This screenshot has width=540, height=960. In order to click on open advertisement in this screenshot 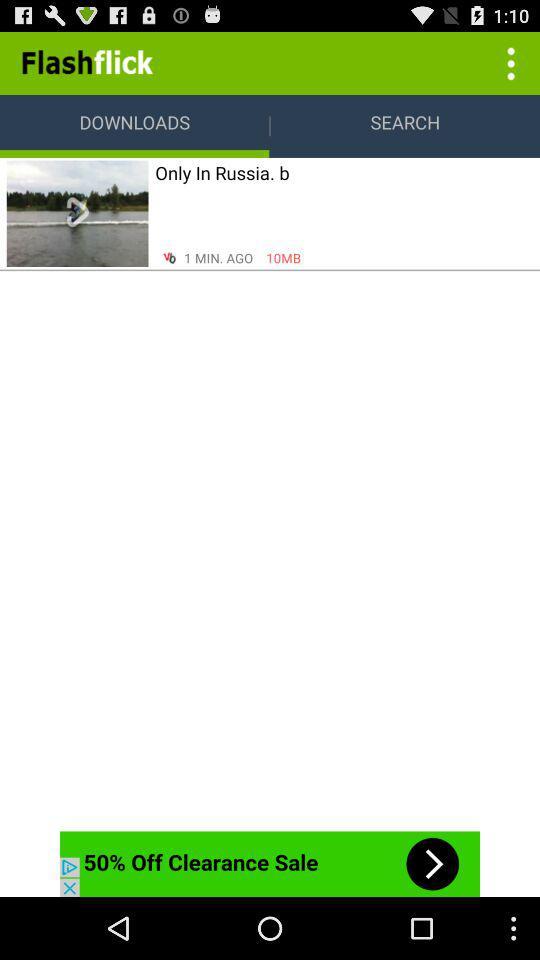, I will do `click(270, 863)`.